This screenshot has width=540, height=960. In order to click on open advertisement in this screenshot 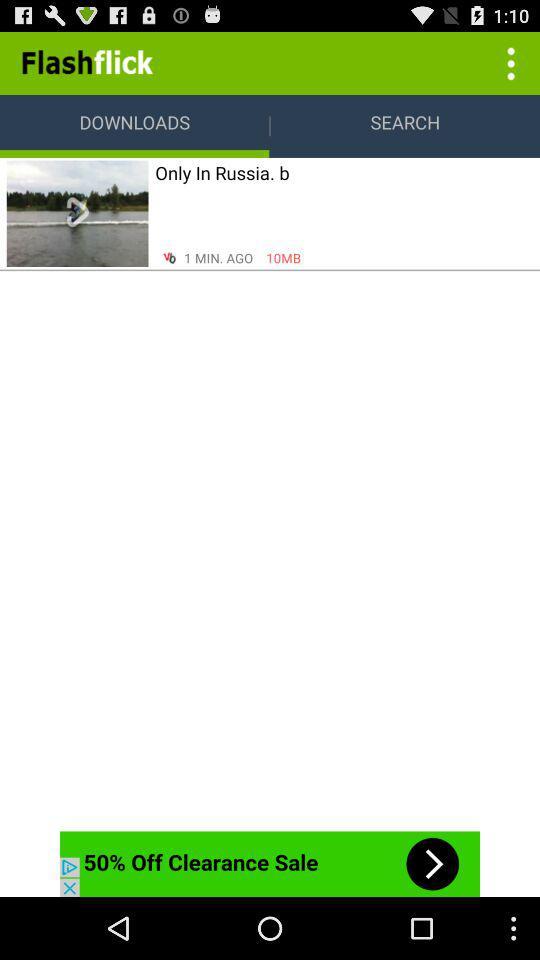, I will do `click(270, 863)`.